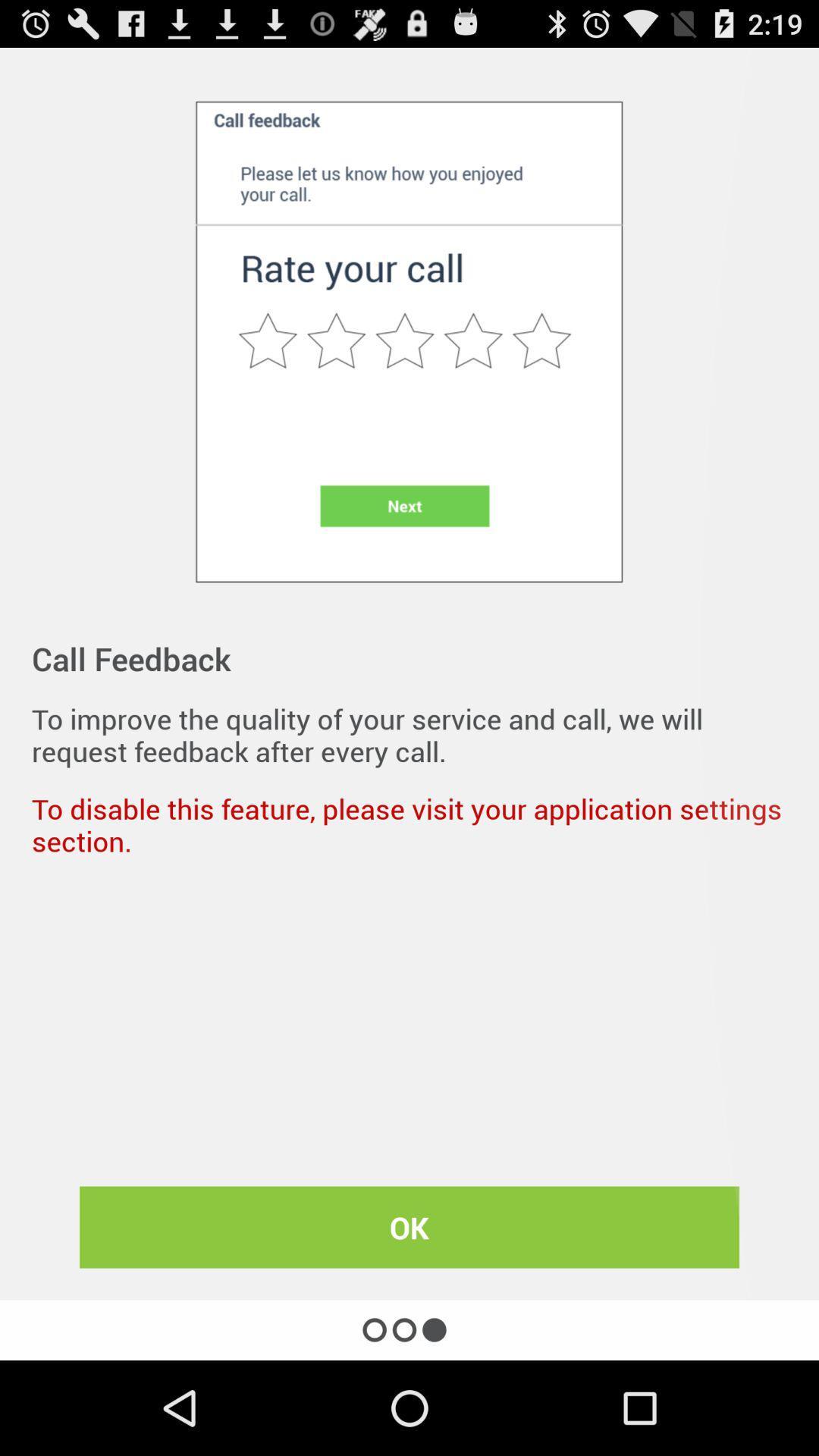 This screenshot has width=819, height=1456. Describe the element at coordinates (409, 1227) in the screenshot. I see `the icon below to disable this app` at that location.